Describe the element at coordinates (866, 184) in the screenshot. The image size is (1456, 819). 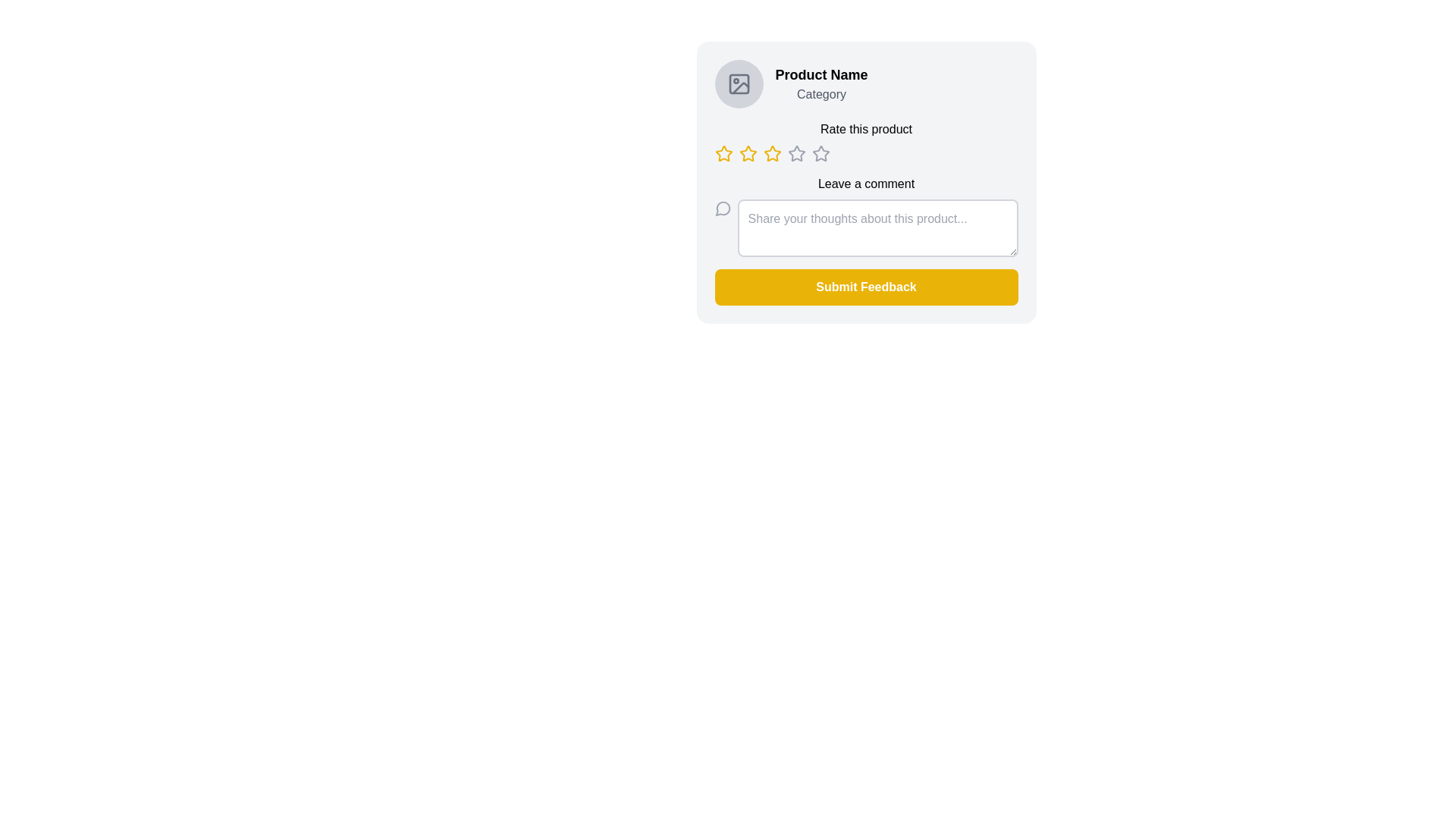
I see `the text label that instructs users to leave a comment, located centrally beneath the star rating row and above the comment input field` at that location.